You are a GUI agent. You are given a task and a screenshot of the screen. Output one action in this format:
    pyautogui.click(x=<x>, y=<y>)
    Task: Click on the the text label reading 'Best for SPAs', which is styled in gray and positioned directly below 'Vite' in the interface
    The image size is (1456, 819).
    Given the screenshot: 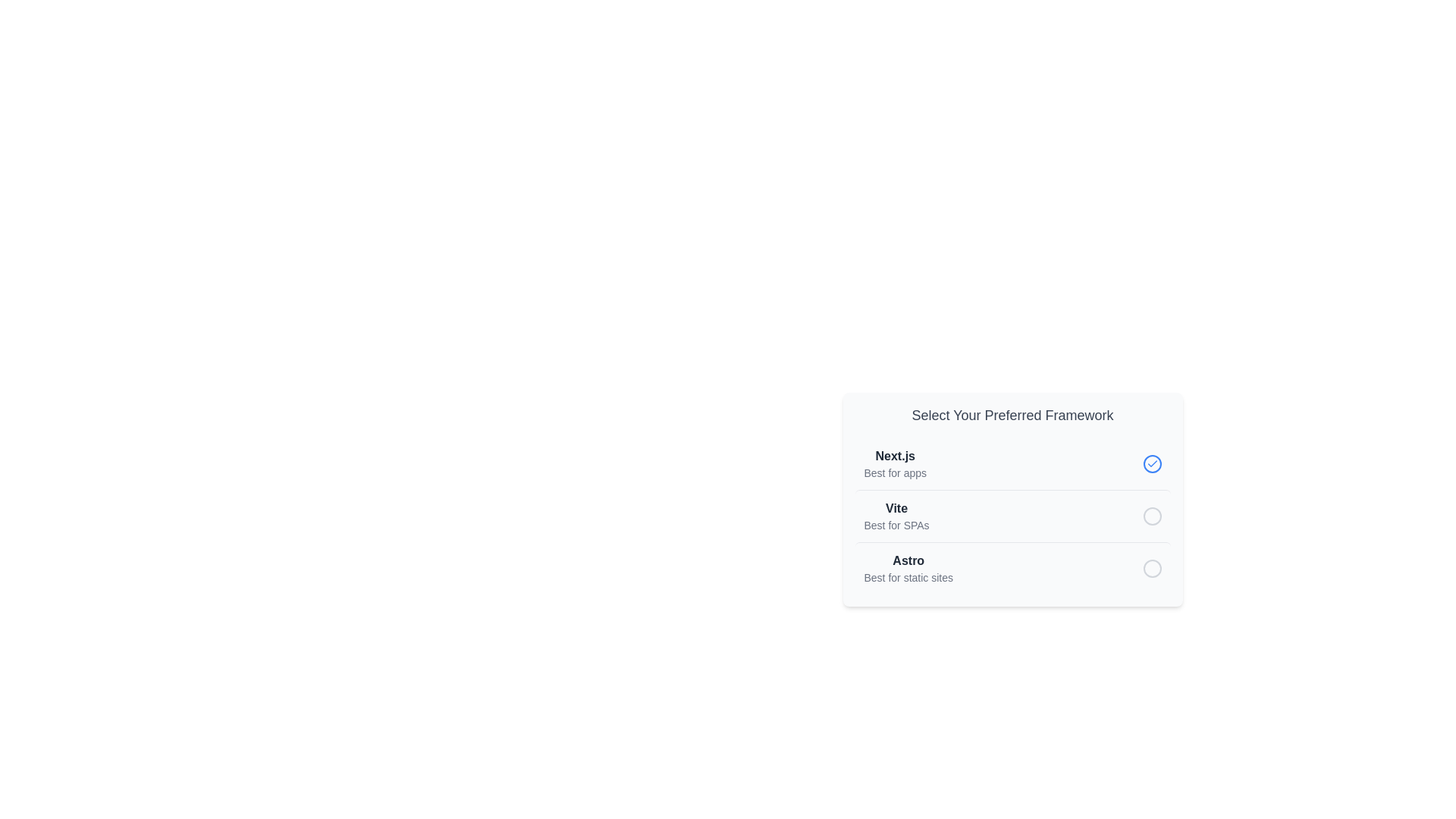 What is the action you would take?
    pyautogui.click(x=896, y=525)
    